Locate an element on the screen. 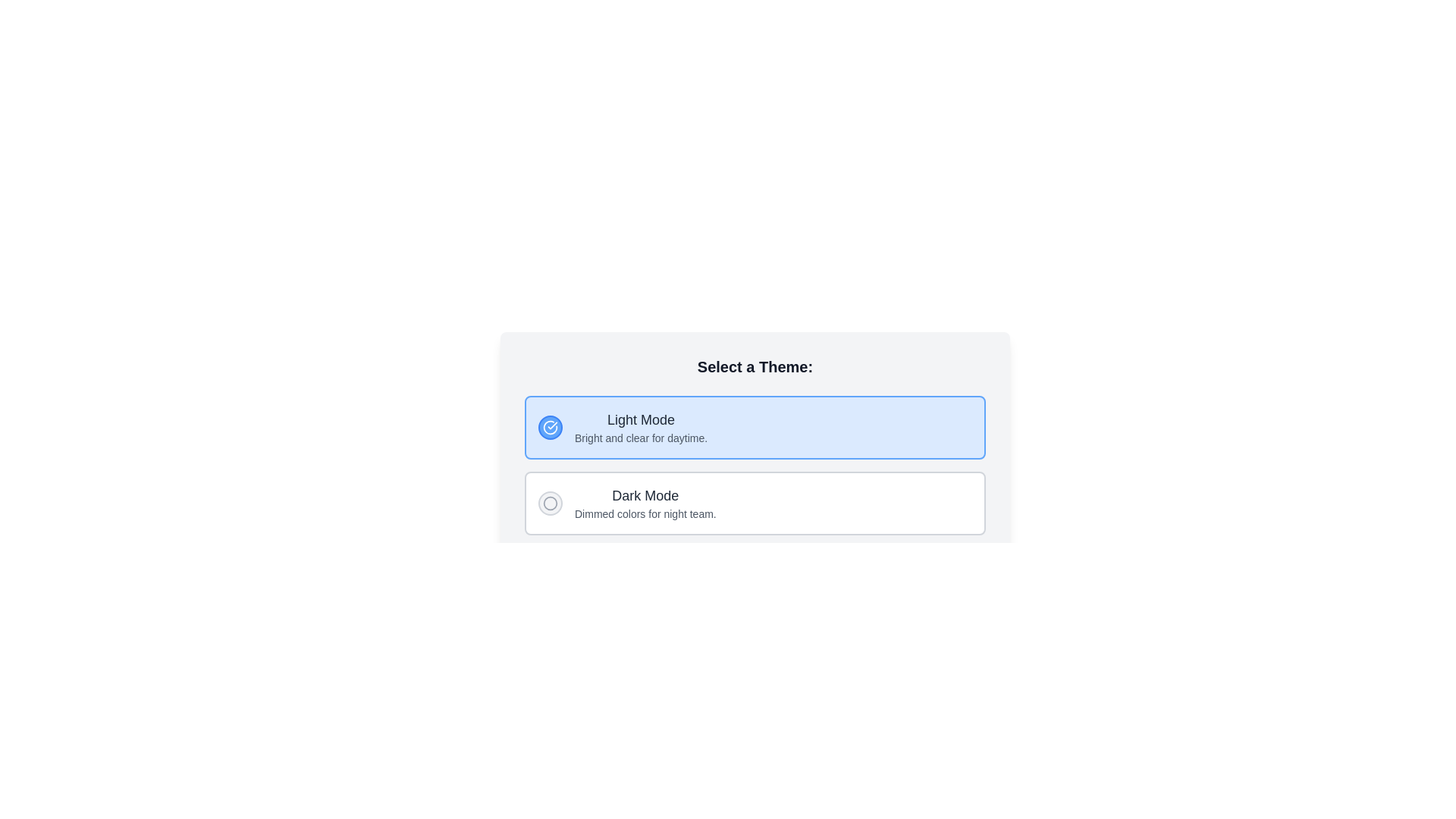 This screenshot has height=819, width=1456. the circular gray icon with a hollow design and stroke outline, located in the 'Dark Mode' option is located at coordinates (549, 503).